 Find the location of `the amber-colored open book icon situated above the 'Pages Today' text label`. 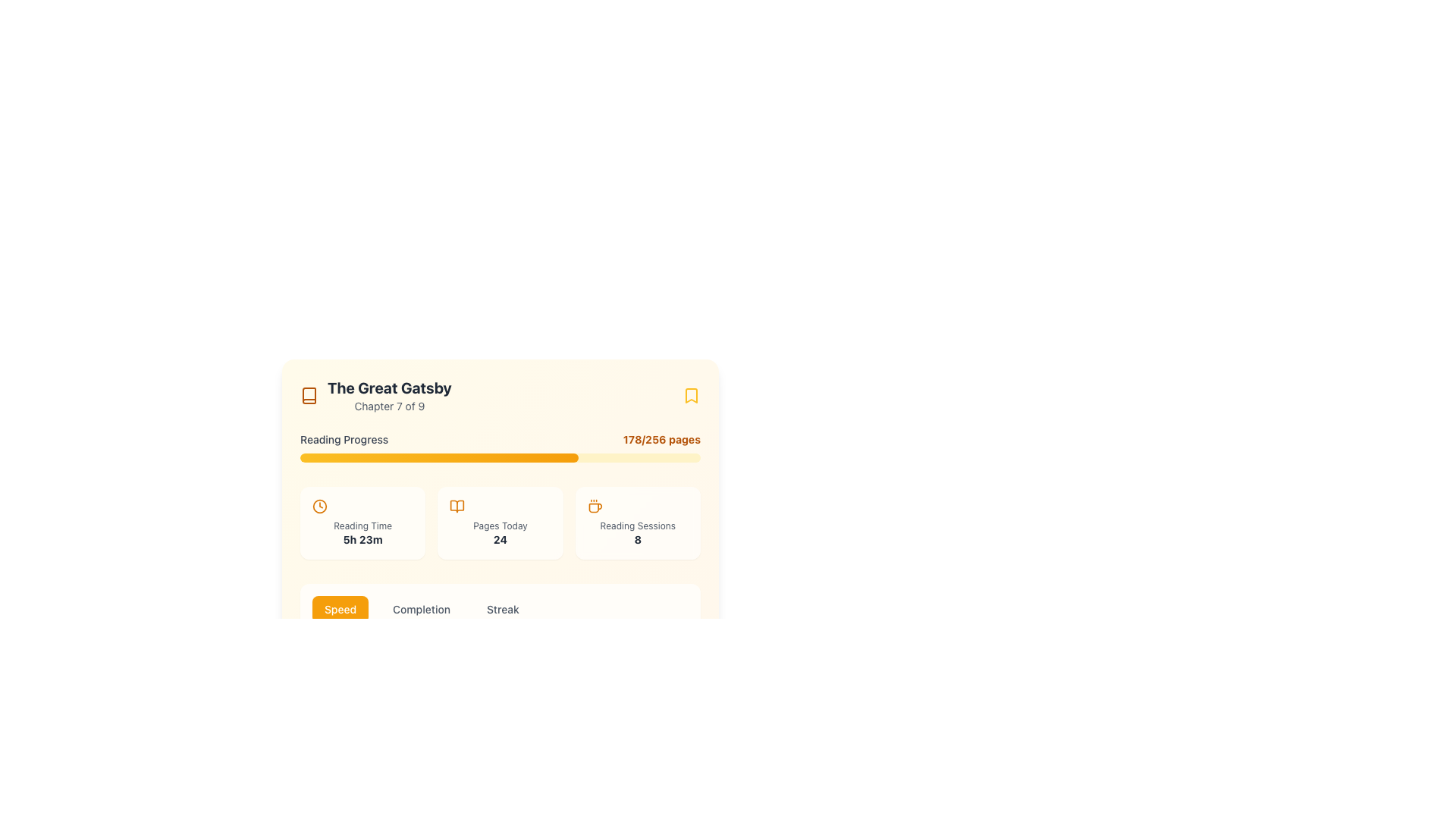

the amber-colored open book icon situated above the 'Pages Today' text label is located at coordinates (457, 506).